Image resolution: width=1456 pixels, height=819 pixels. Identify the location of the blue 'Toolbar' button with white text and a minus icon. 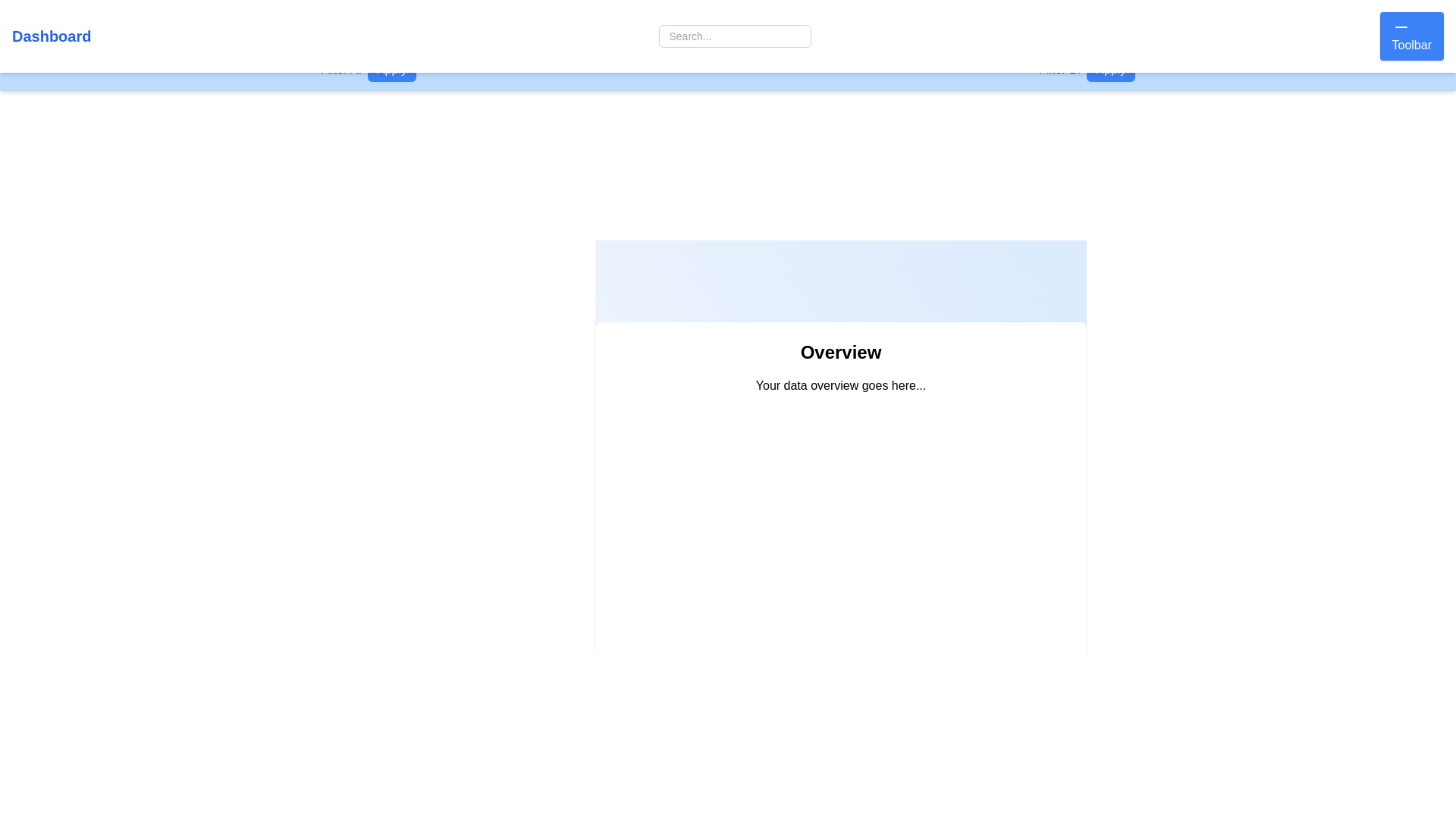
(1410, 35).